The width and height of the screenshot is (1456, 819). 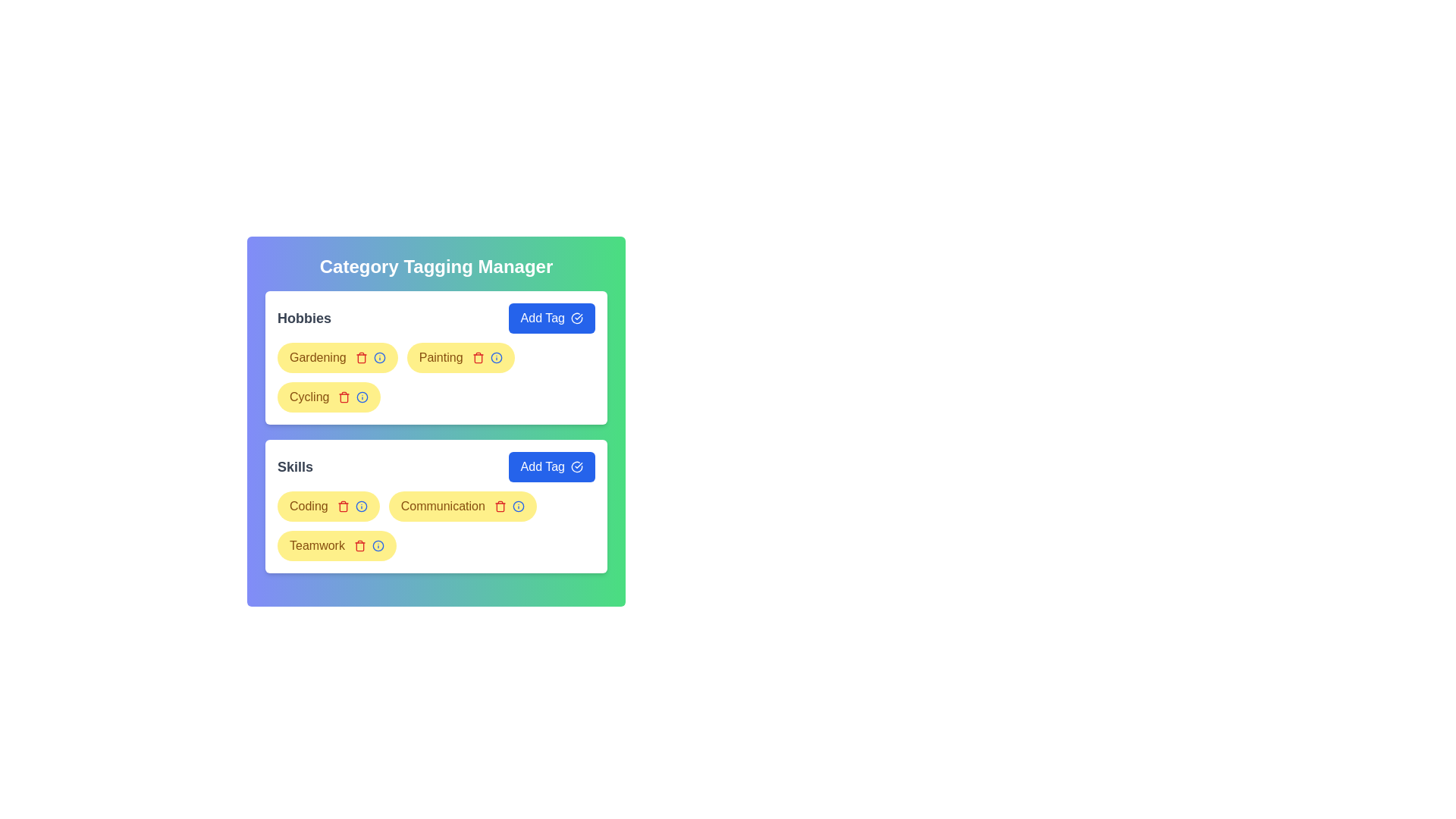 What do you see at coordinates (342, 506) in the screenshot?
I see `the trash icon located immediately to the right of the 'Coding' label in the 'Skills' section` at bounding box center [342, 506].